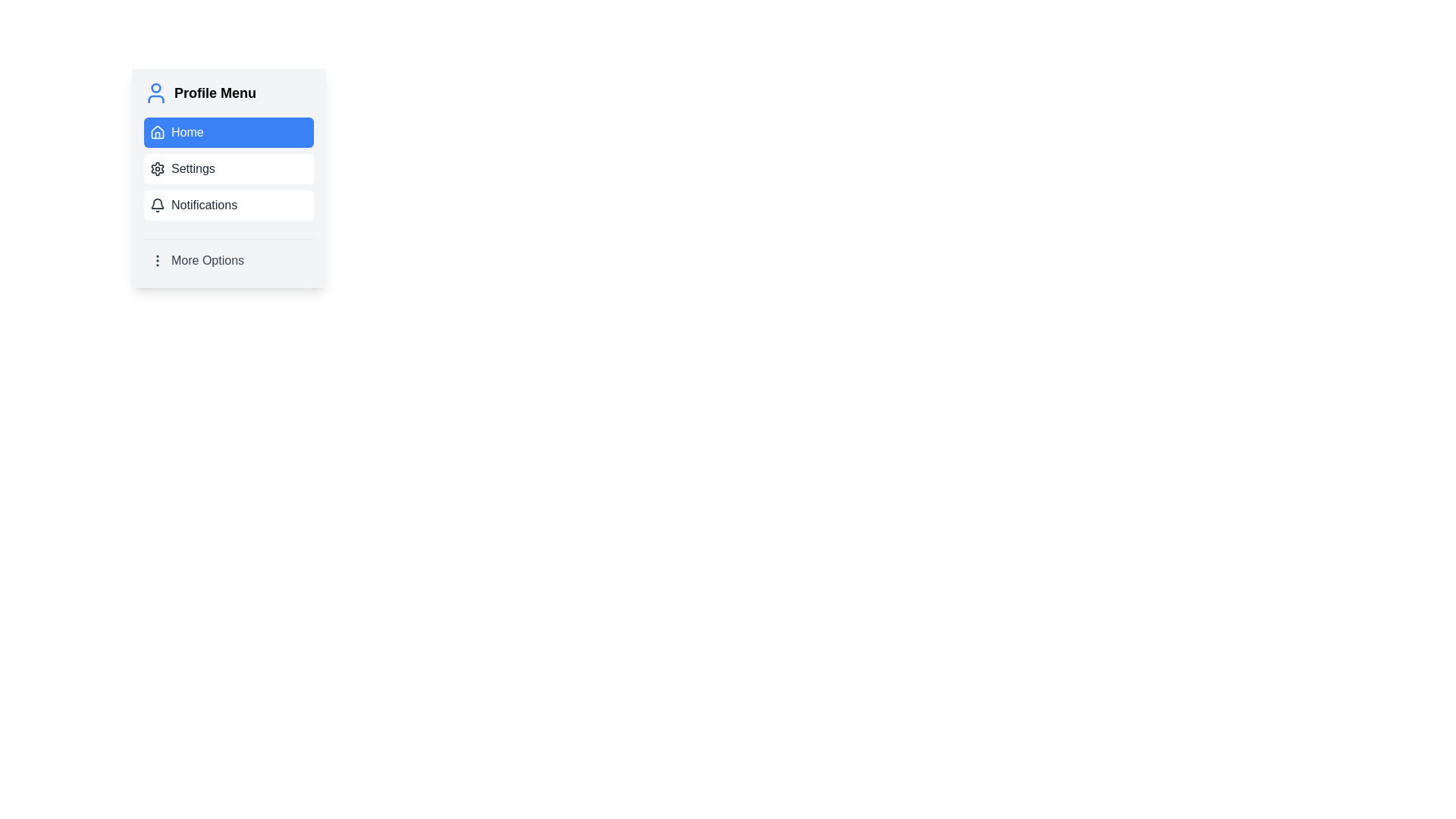  What do you see at coordinates (157, 202) in the screenshot?
I see `the bell icon indicating the Notifications menu option located to the left of the 'Notifications' text in the Profile Menu` at bounding box center [157, 202].